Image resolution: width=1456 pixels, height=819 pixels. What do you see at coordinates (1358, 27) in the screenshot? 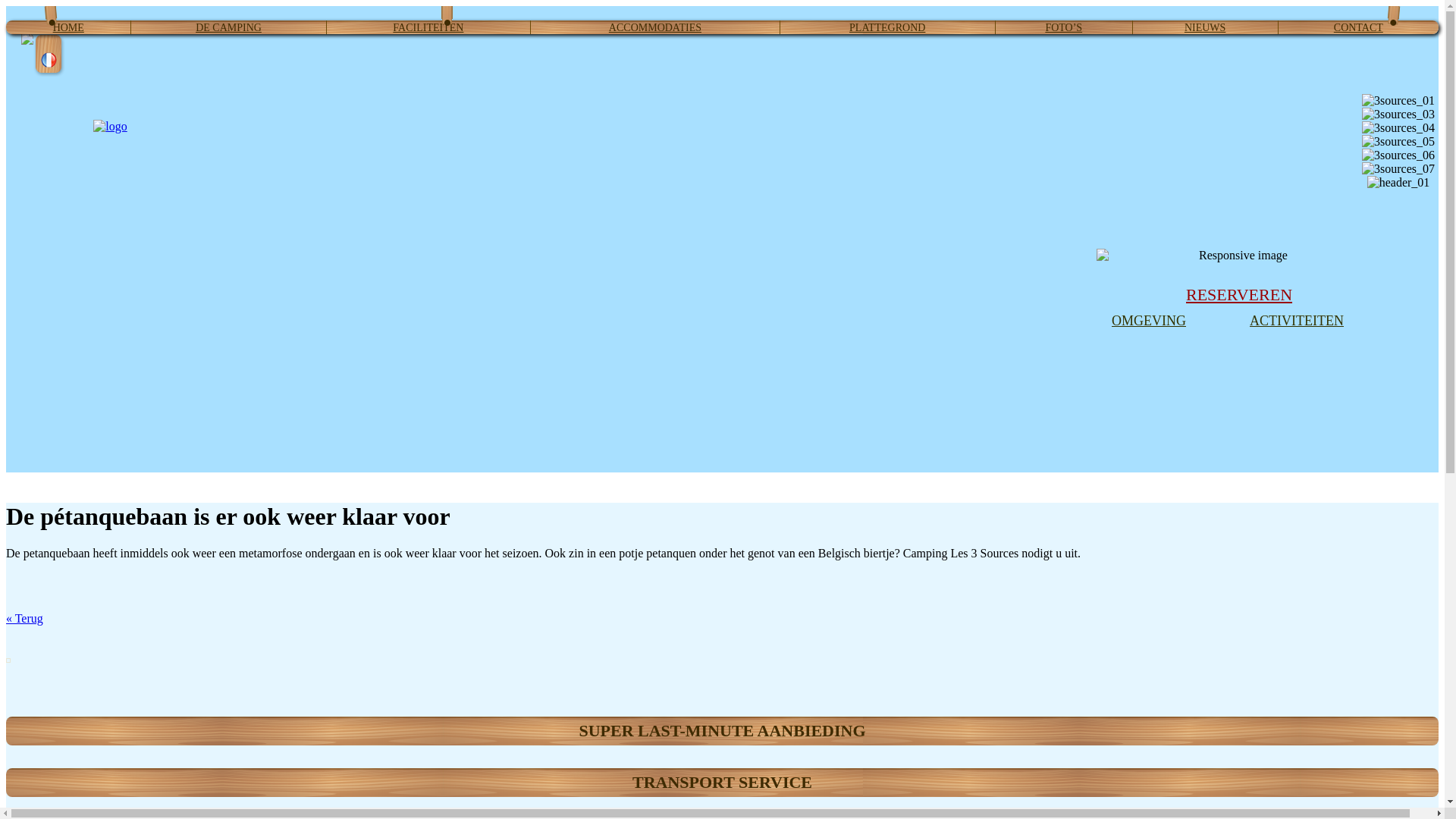
I see `'CONTACT'` at bounding box center [1358, 27].